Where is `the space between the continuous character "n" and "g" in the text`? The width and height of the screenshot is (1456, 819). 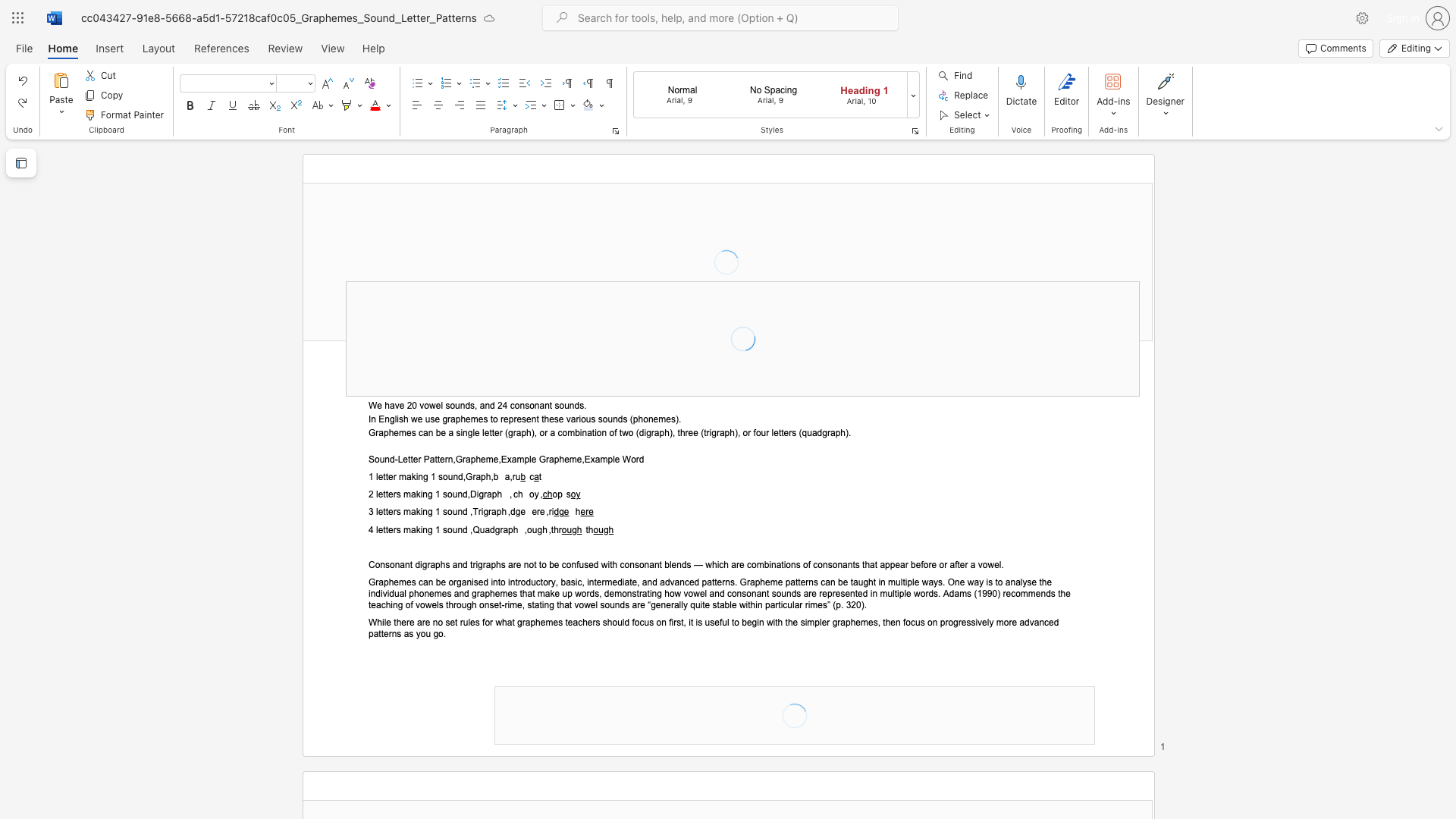 the space between the continuous character "n" and "g" in the text is located at coordinates (422, 476).